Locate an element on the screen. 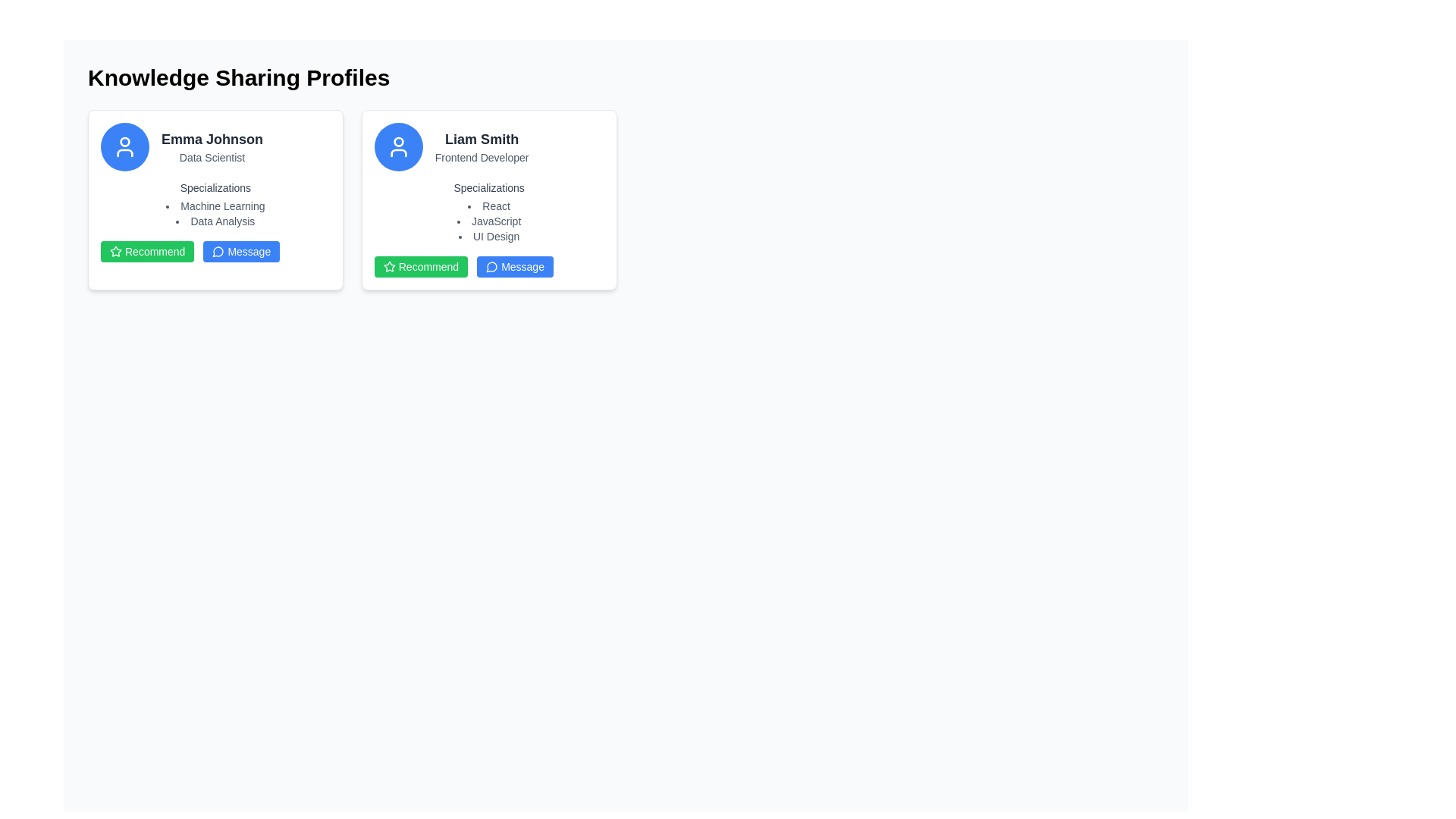 The image size is (1456, 819). the user profile icon for 'Liam Smith', which is represented within a blue circle in the upper section of his profile card under 'Knowledge Sharing Profiles' is located at coordinates (398, 146).